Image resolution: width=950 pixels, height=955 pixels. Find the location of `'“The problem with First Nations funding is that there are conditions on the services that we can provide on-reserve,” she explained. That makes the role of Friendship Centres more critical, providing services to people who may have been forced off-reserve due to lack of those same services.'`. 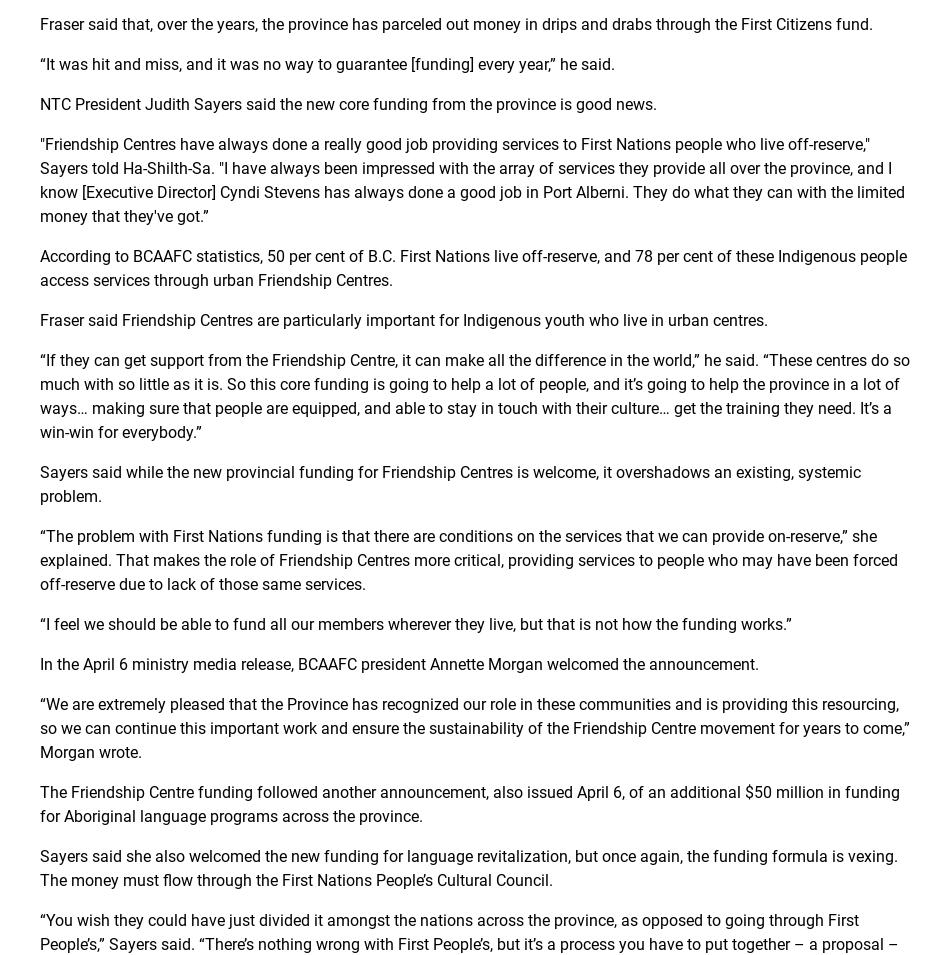

'“The problem with First Nations funding is that there are conditions on the services that we can provide on-reserve,” she explained. That makes the role of Friendship Centres more critical, providing services to people who may have been forced off-reserve due to lack of those same services.' is located at coordinates (468, 560).